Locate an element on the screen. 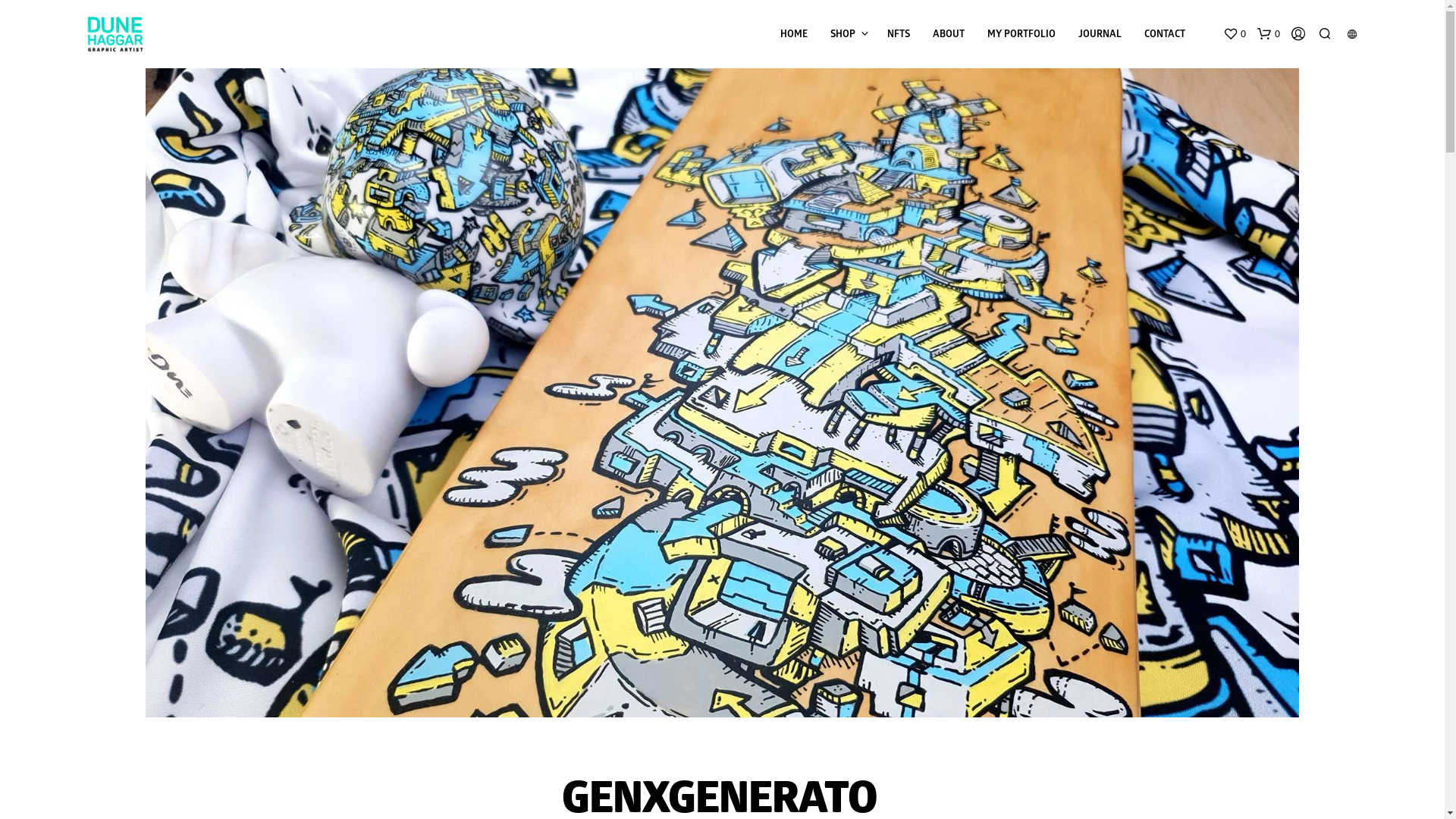 The height and width of the screenshot is (819, 1456). 'SHOP' is located at coordinates (842, 34).